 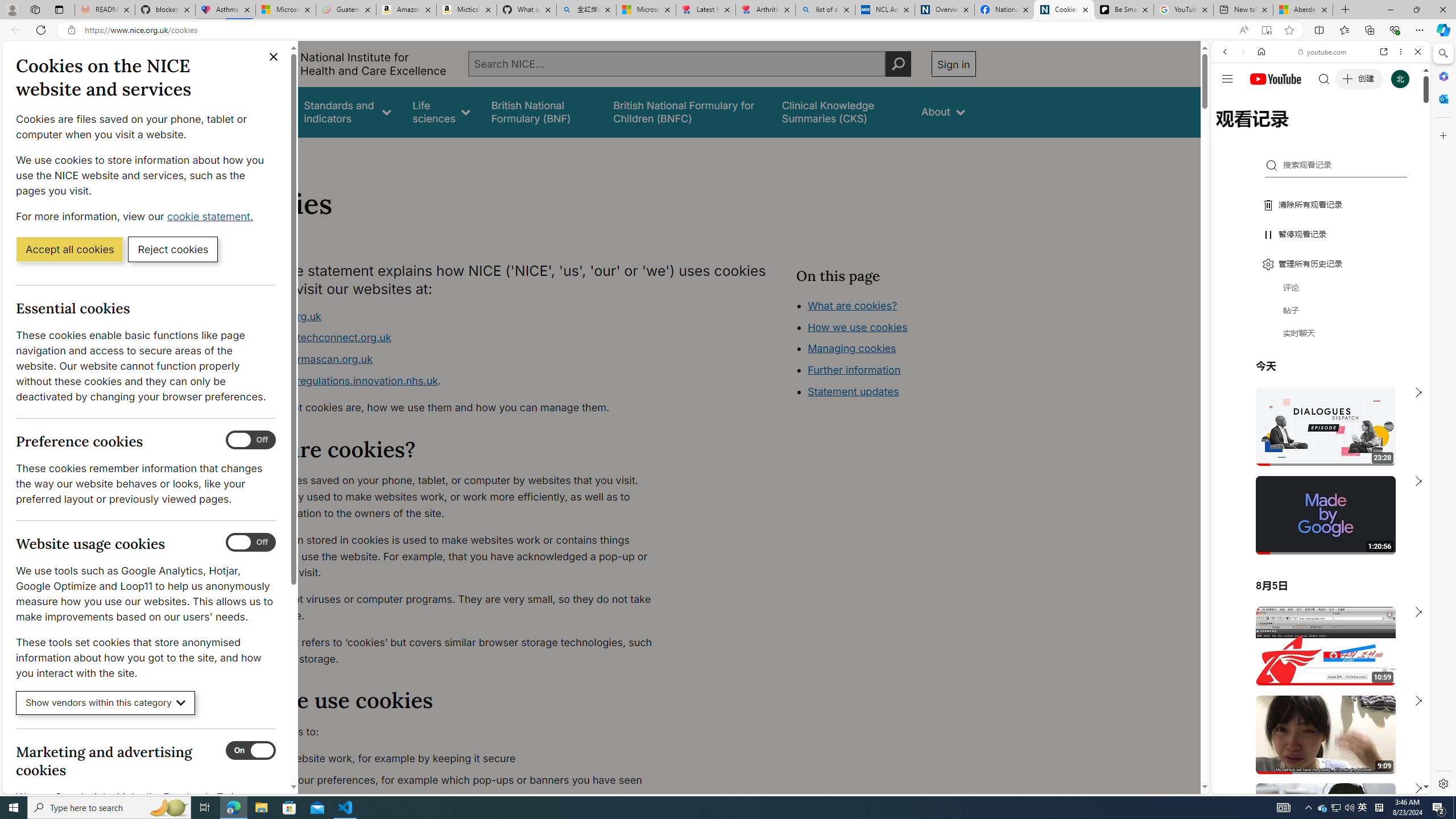 What do you see at coordinates (825, 9) in the screenshot?
I see `'list of asthma inhalers uk - Search'` at bounding box center [825, 9].